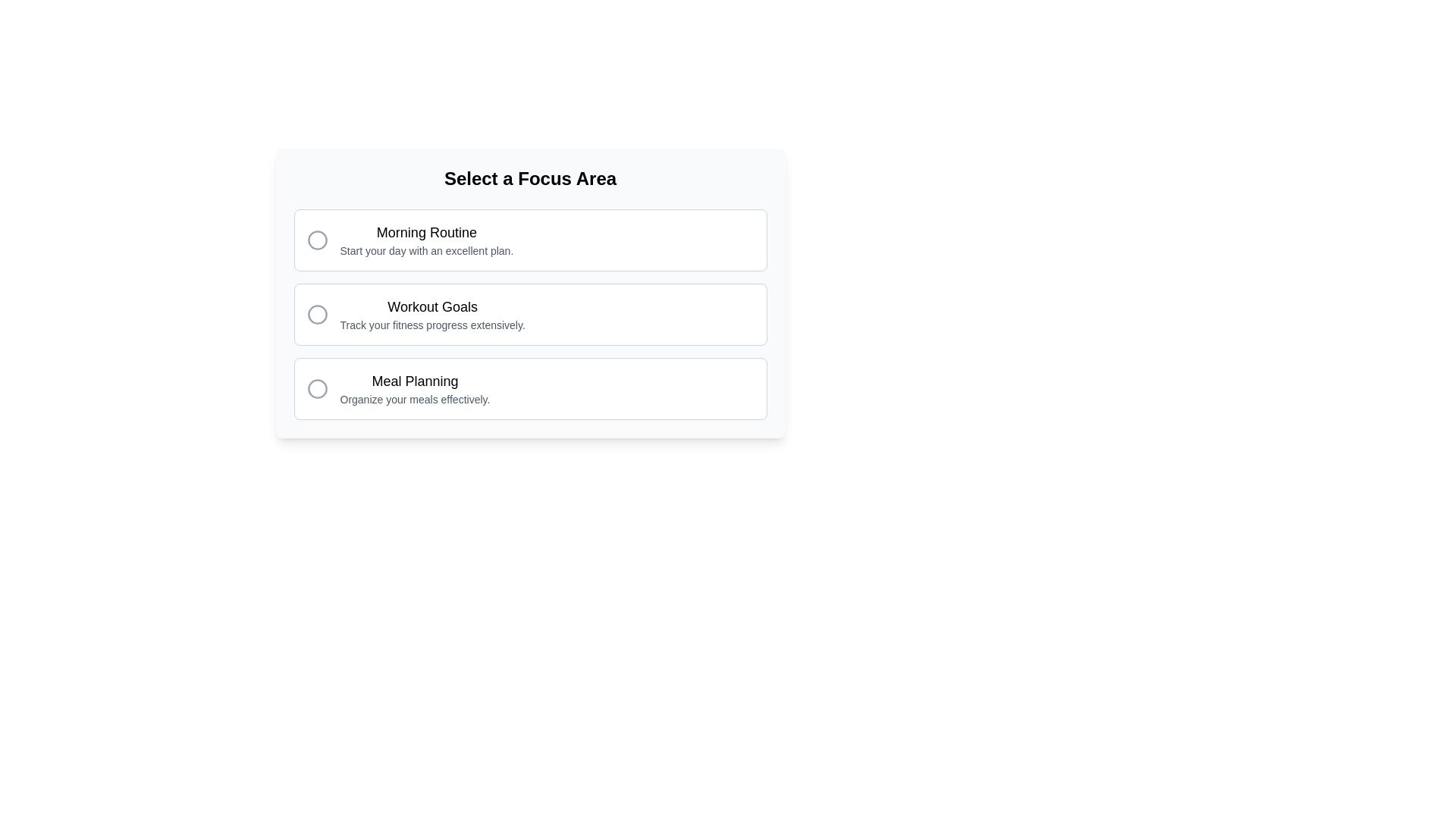  I want to click on descriptive text label that says 'Track your fitness progress extensively.' located below the heading 'Workout Goals' in the second list item of the 'Select a Focus Area' section, so click(431, 324).